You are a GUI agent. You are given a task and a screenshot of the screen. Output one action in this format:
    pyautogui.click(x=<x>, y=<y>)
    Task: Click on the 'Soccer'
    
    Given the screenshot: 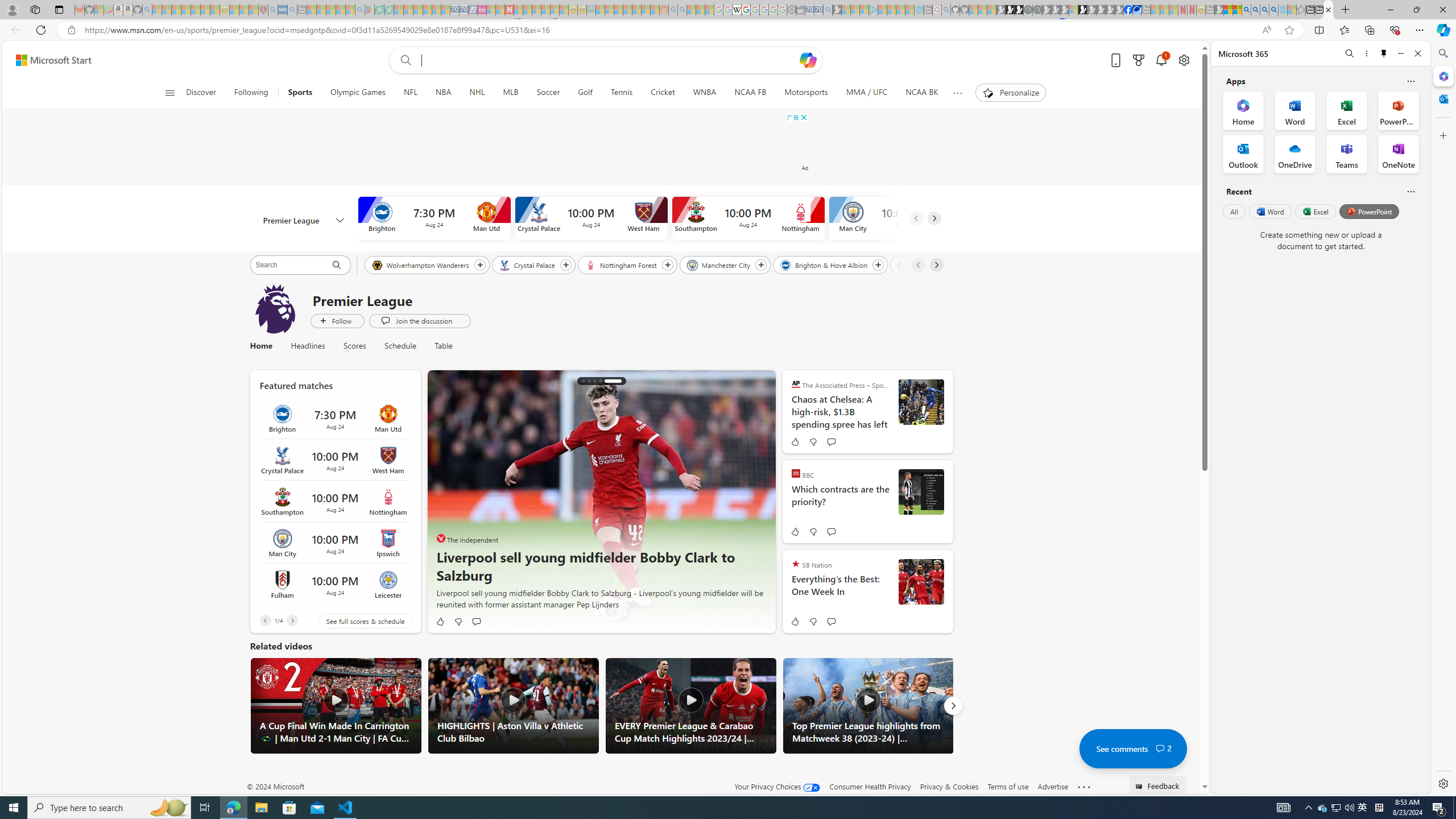 What is the action you would take?
    pyautogui.click(x=547, y=92)
    